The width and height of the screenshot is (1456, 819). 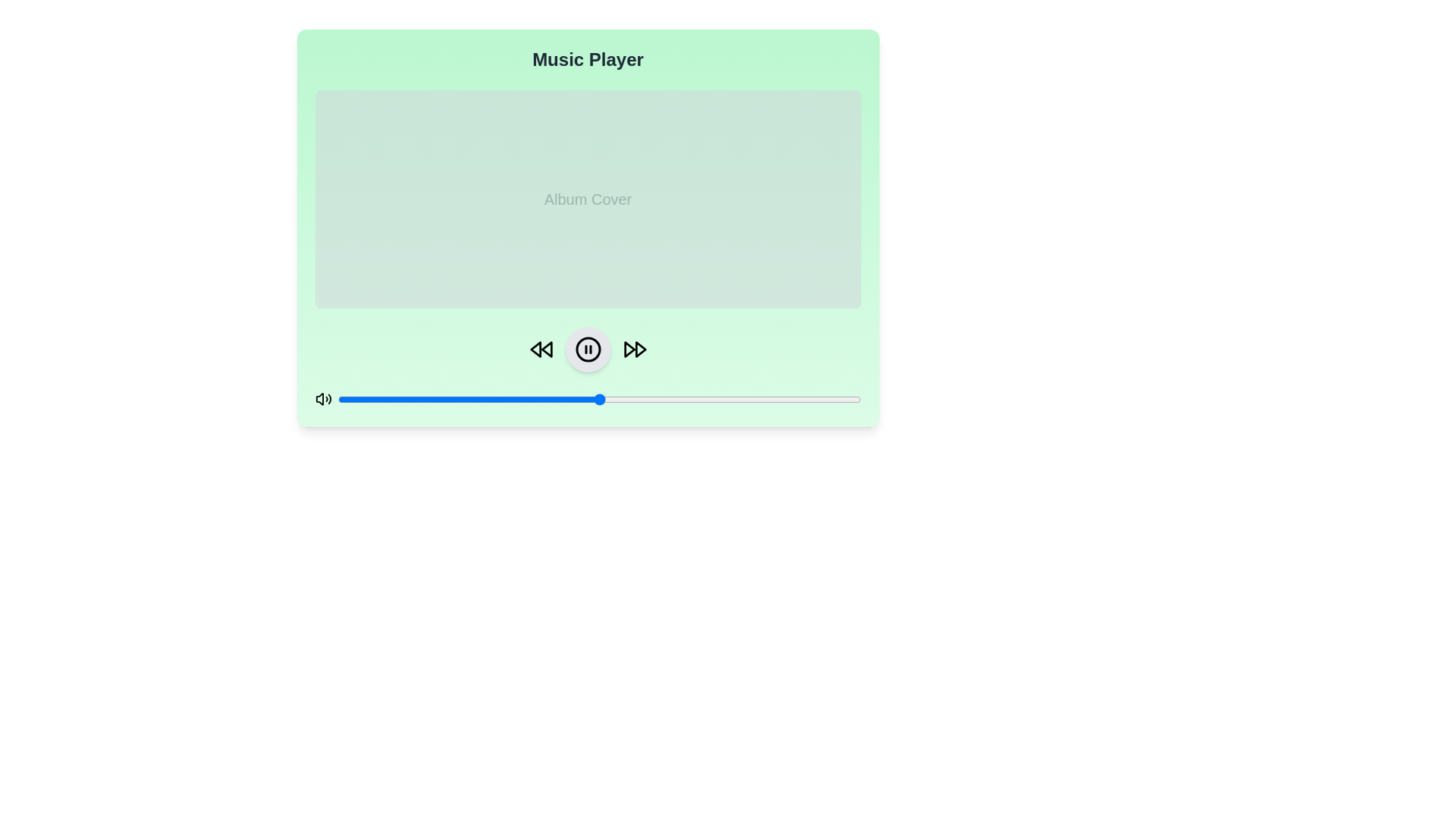 I want to click on the rewind button located to the left of the circular play/pause button in the music player interface, so click(x=535, y=350).